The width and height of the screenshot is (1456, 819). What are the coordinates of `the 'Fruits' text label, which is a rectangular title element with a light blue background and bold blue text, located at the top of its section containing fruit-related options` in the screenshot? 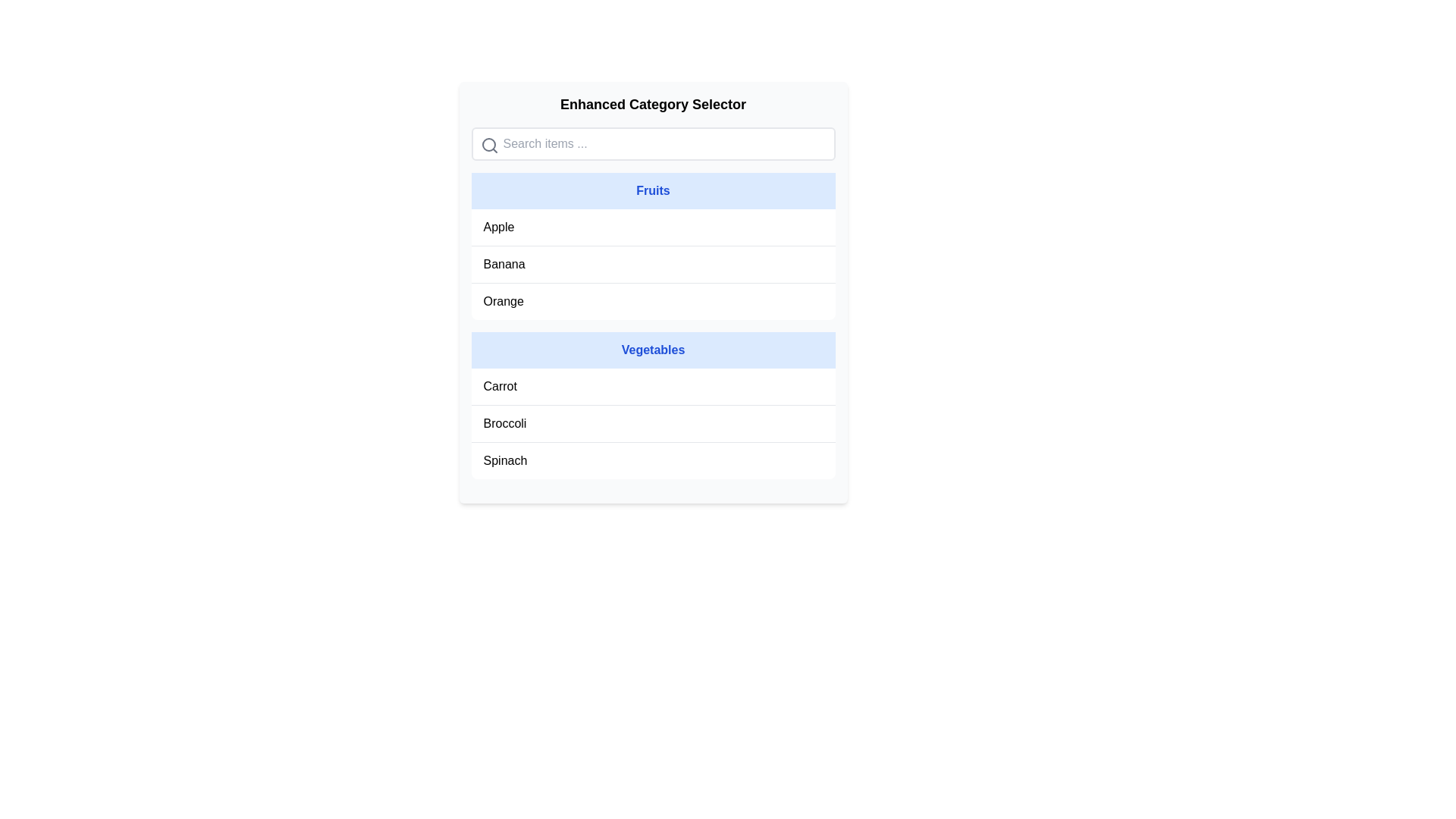 It's located at (653, 190).